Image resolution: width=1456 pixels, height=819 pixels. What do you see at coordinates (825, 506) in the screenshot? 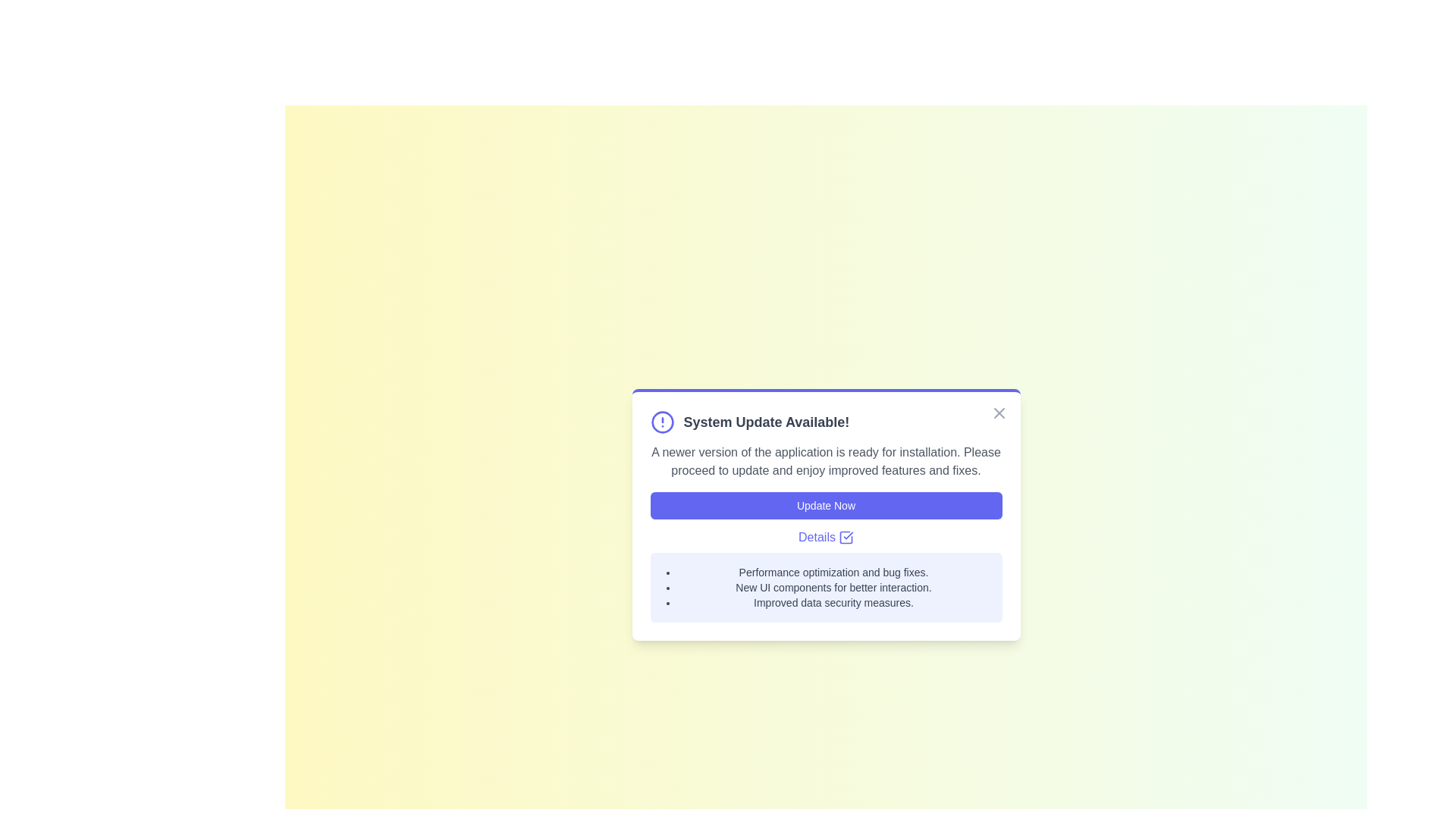
I see `'Update Now' button to initiate the update process` at bounding box center [825, 506].